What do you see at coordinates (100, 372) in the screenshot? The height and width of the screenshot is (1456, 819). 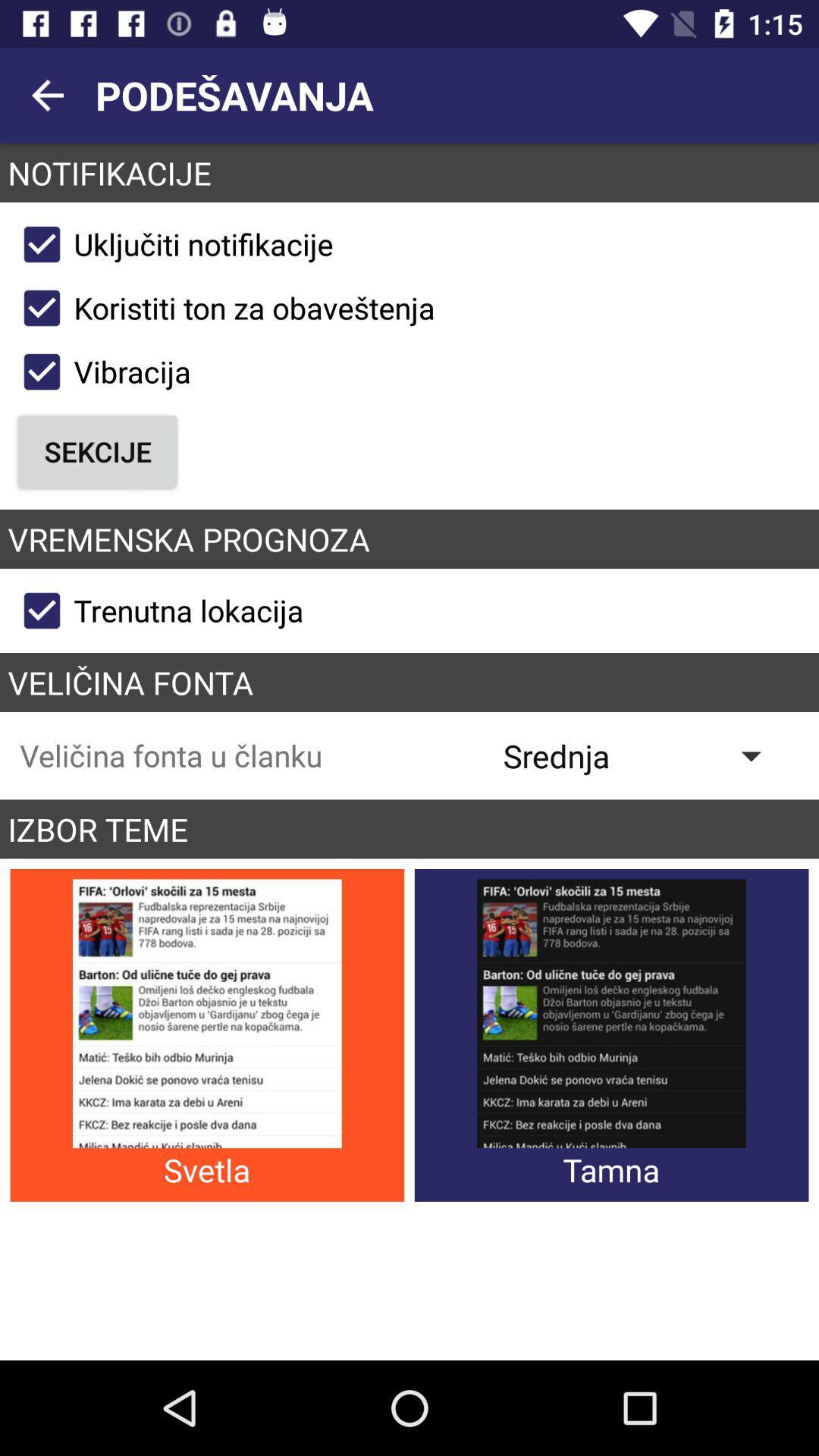 I see `the text above sekcije` at bounding box center [100, 372].